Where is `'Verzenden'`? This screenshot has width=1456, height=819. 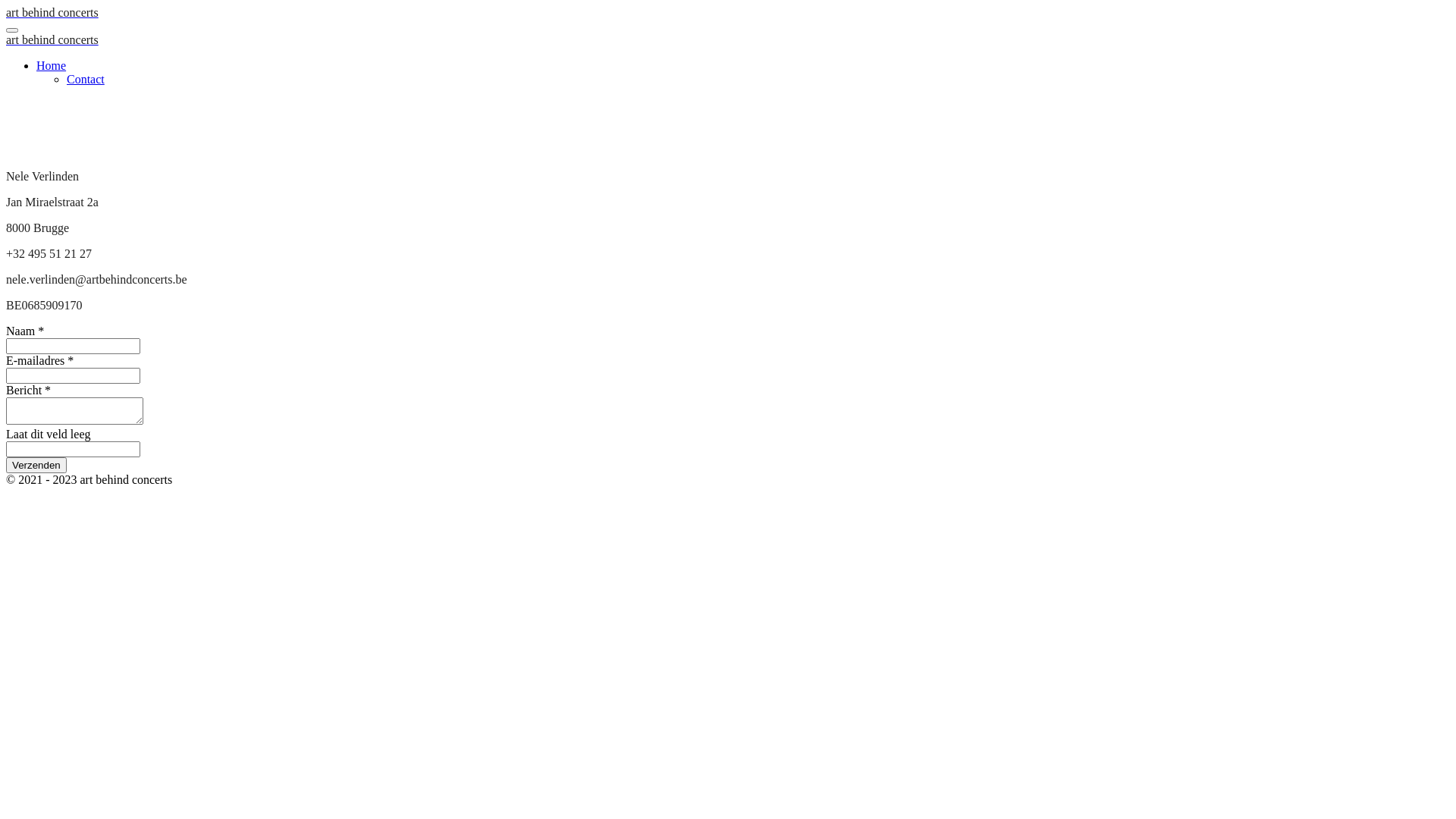
'Verzenden' is located at coordinates (36, 464).